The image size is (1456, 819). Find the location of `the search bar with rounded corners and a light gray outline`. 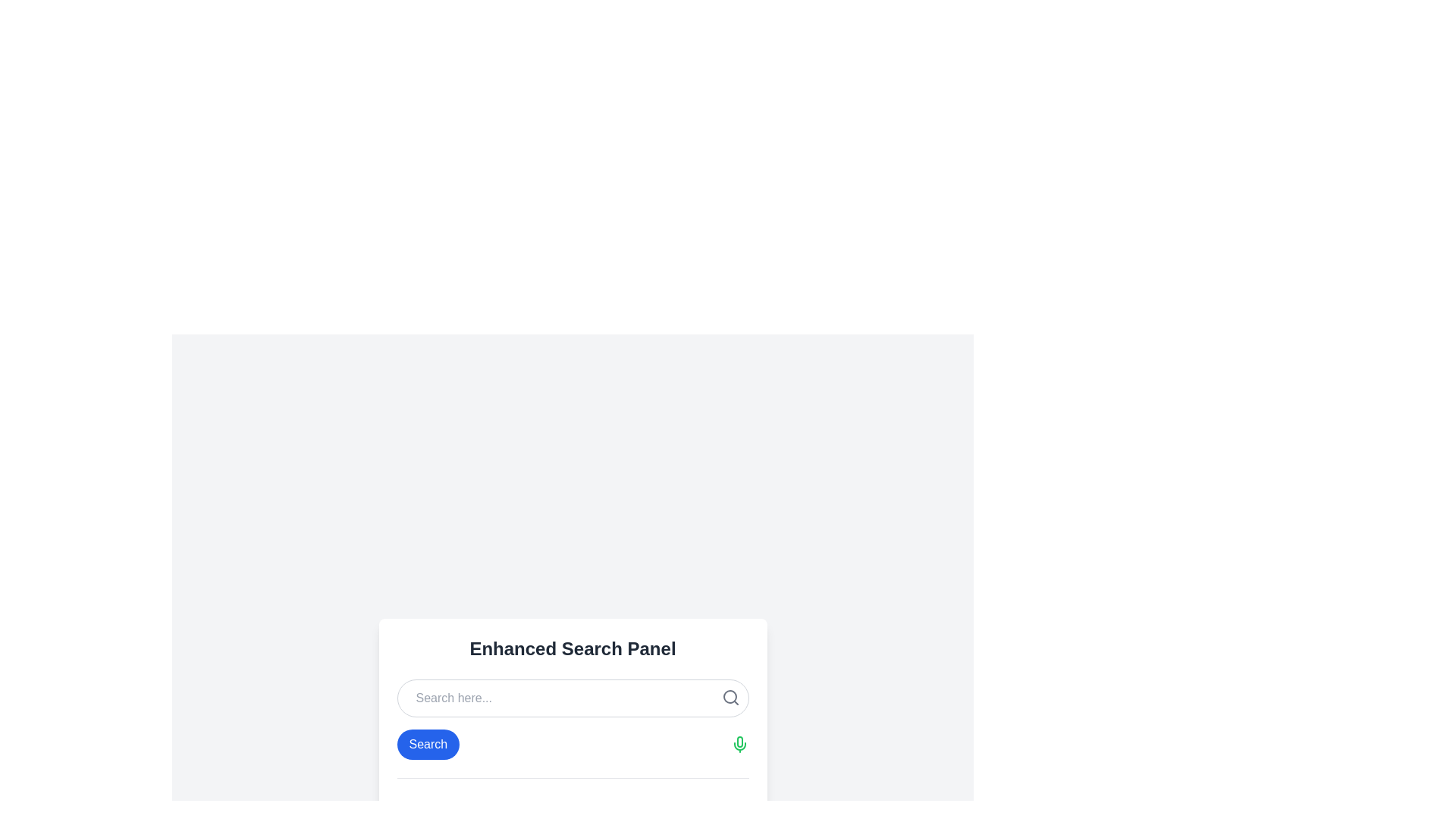

the search bar with rounded corners and a light gray outline is located at coordinates (572, 698).